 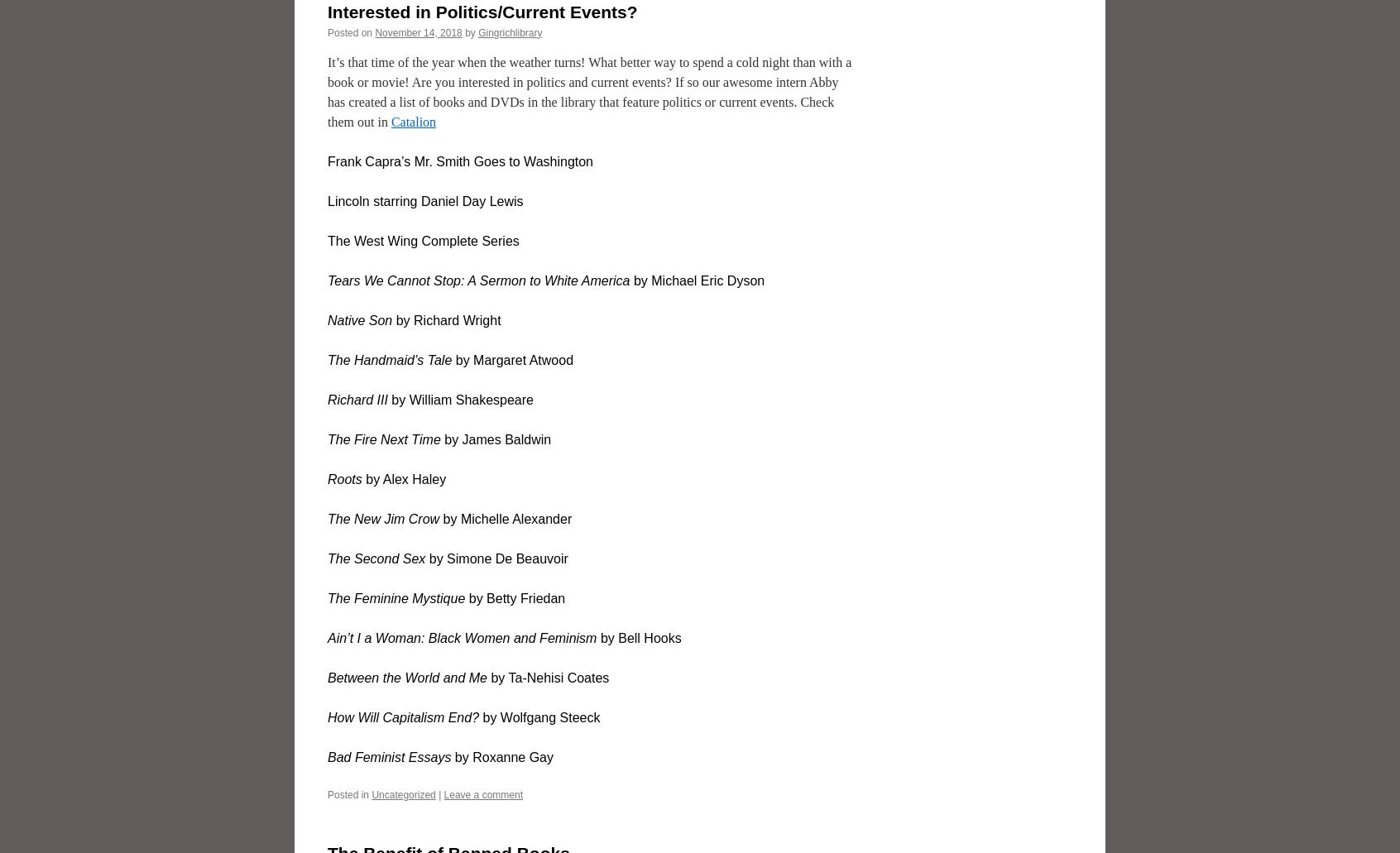 What do you see at coordinates (482, 793) in the screenshot?
I see `'Leave a comment'` at bounding box center [482, 793].